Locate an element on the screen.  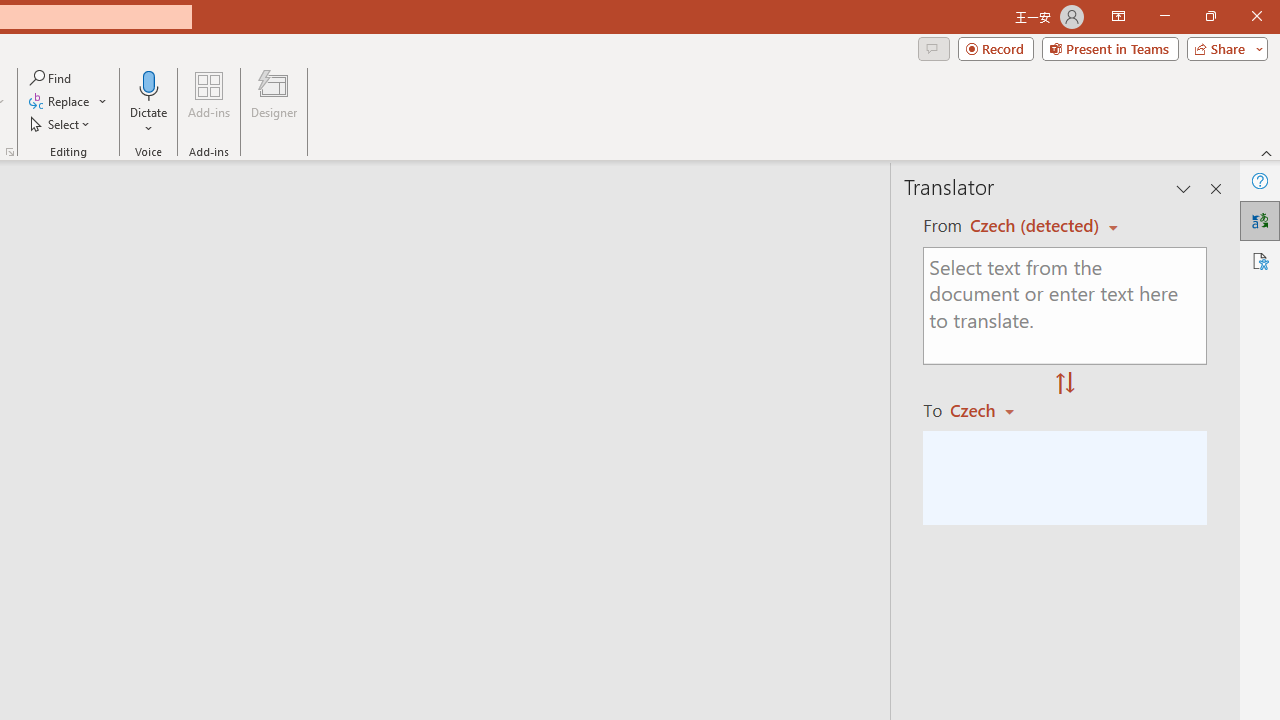
'Dictate' is located at coordinates (148, 103).